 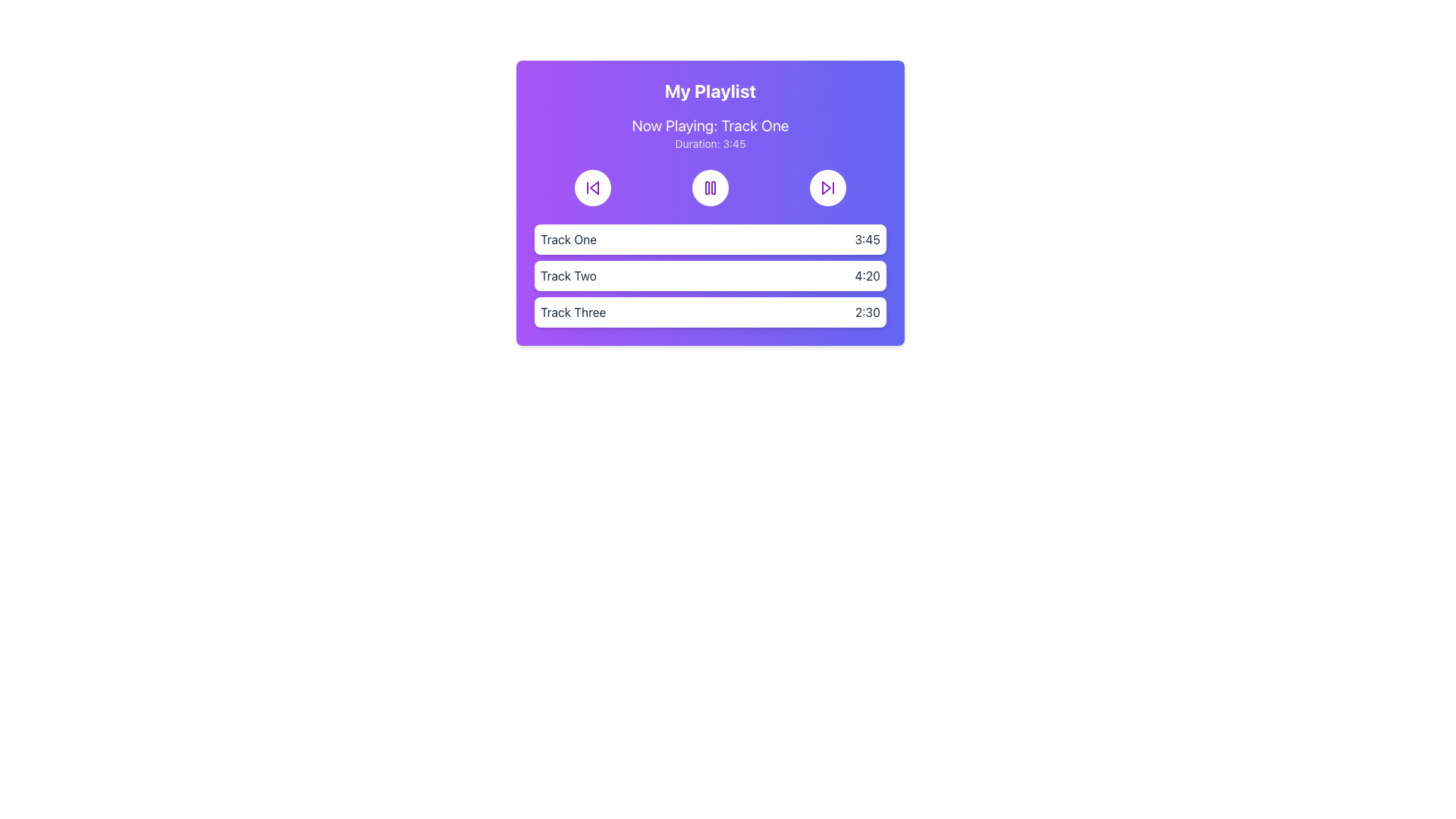 What do you see at coordinates (709, 187) in the screenshot?
I see `the pause icon button located centrally between the previous and next track buttons` at bounding box center [709, 187].